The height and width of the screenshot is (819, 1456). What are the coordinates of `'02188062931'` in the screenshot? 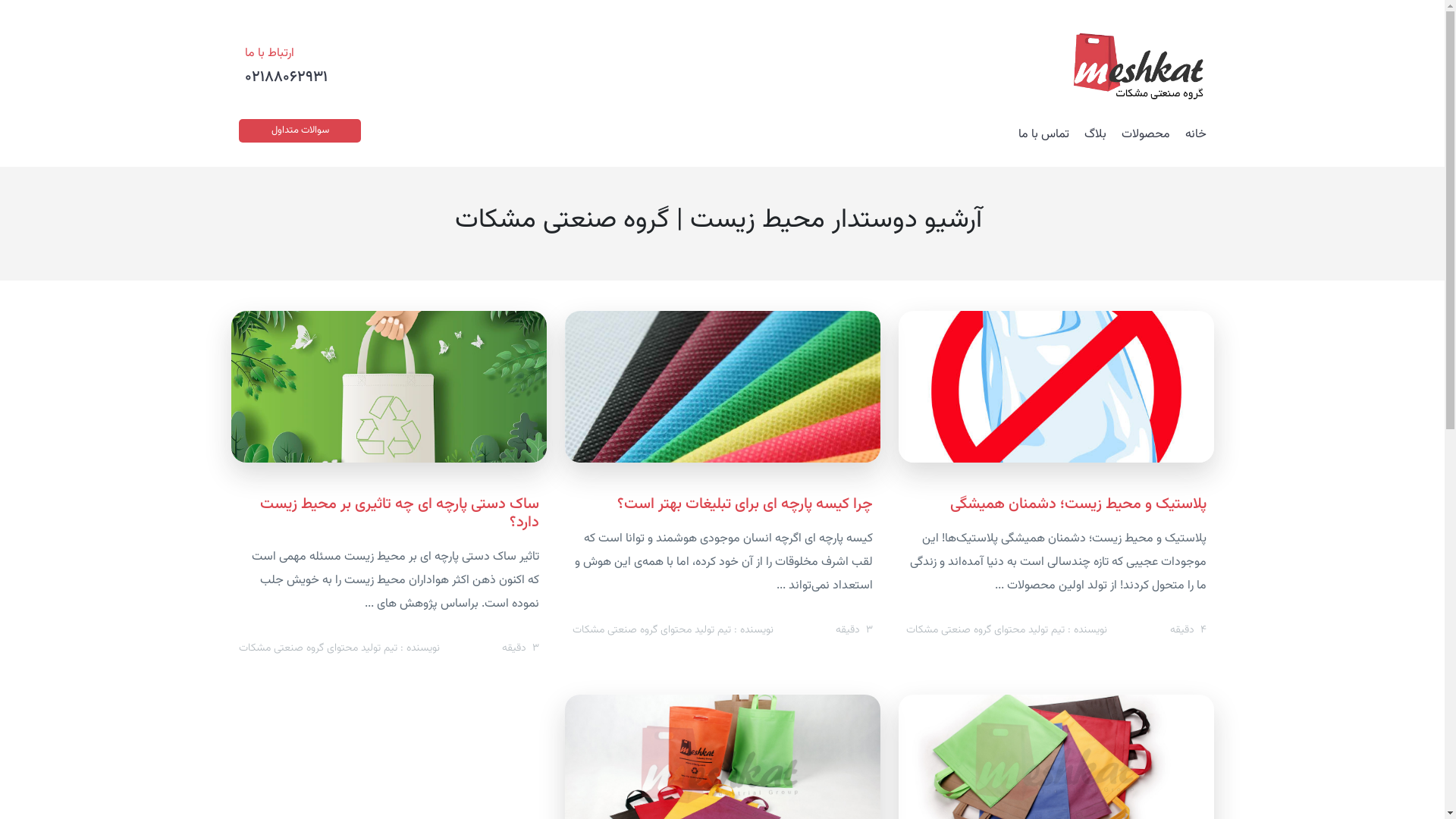 It's located at (286, 77).